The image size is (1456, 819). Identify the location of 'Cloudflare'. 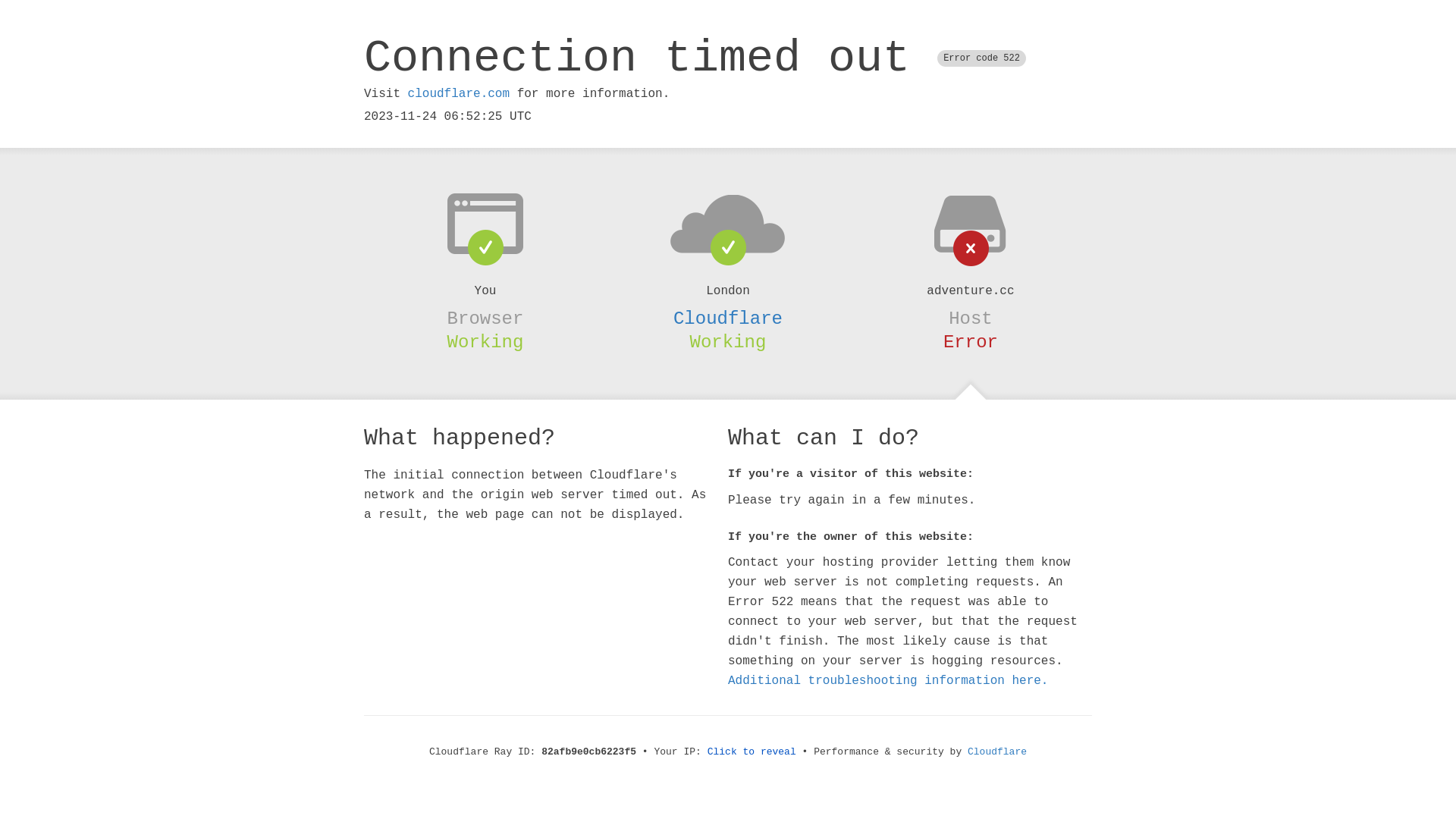
(728, 318).